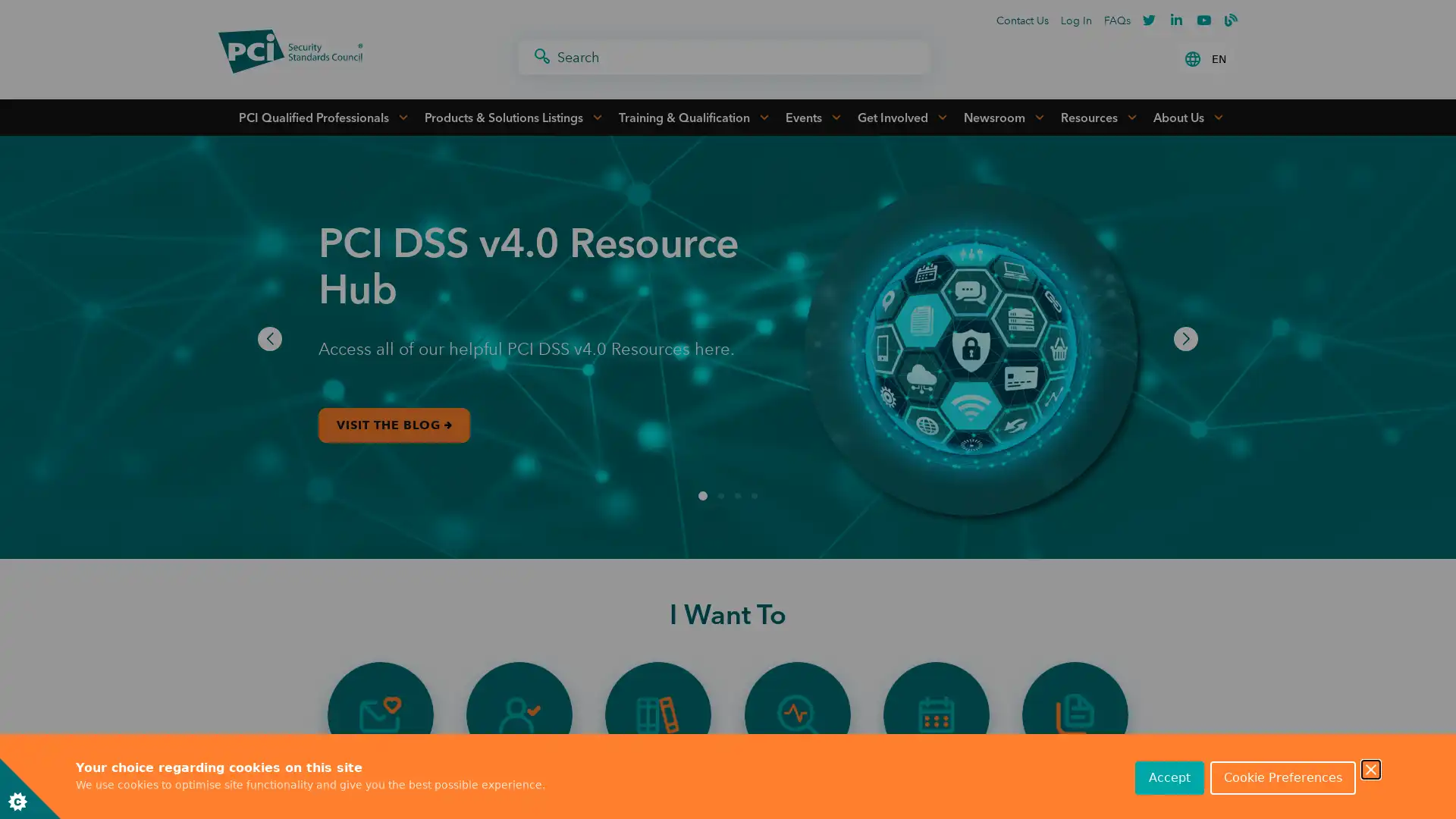 The height and width of the screenshot is (819, 1456). I want to click on Accept, so click(1169, 778).